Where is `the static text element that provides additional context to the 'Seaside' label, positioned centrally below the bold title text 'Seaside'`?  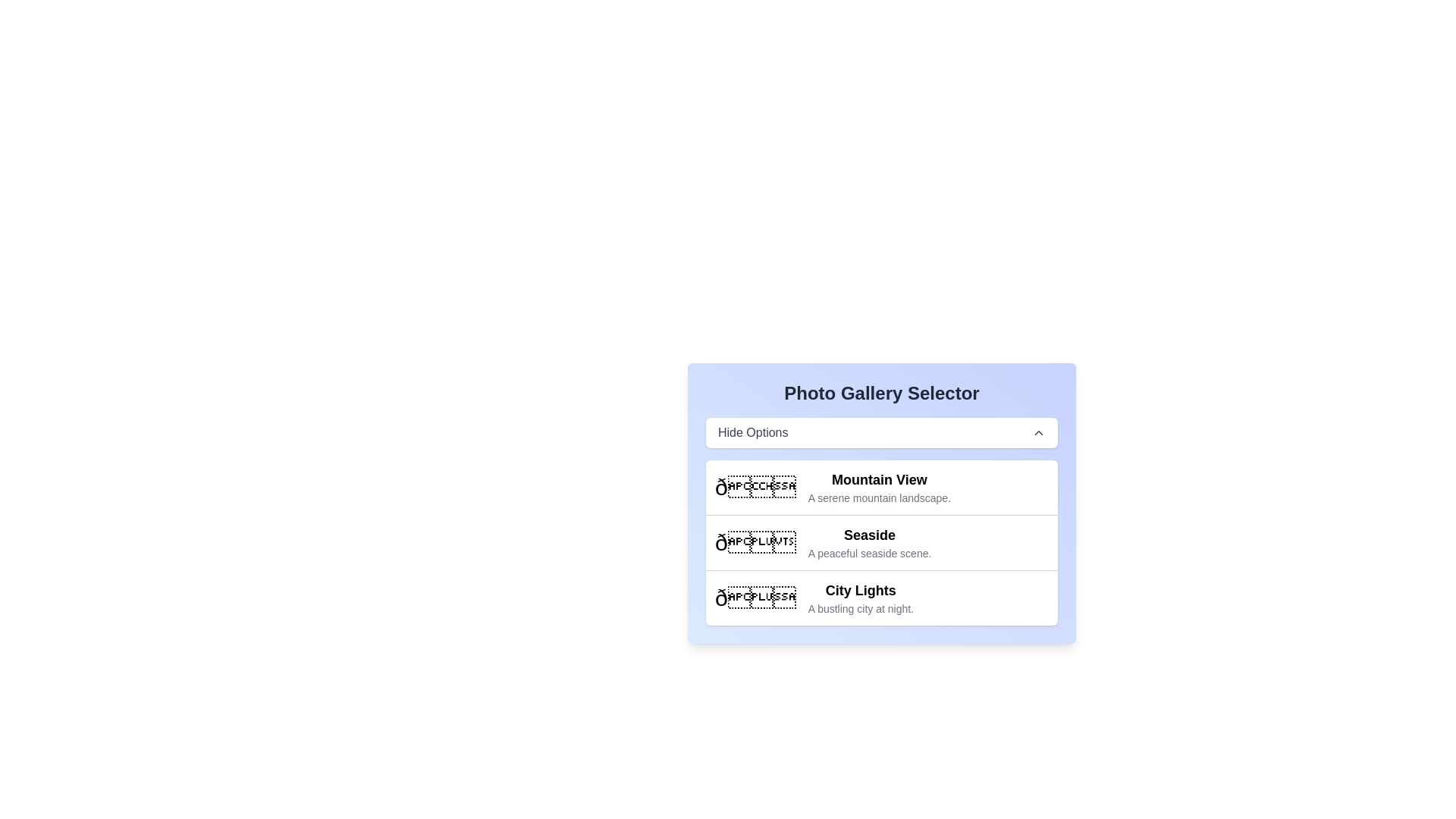 the static text element that provides additional context to the 'Seaside' label, positioned centrally below the bold title text 'Seaside' is located at coordinates (870, 553).